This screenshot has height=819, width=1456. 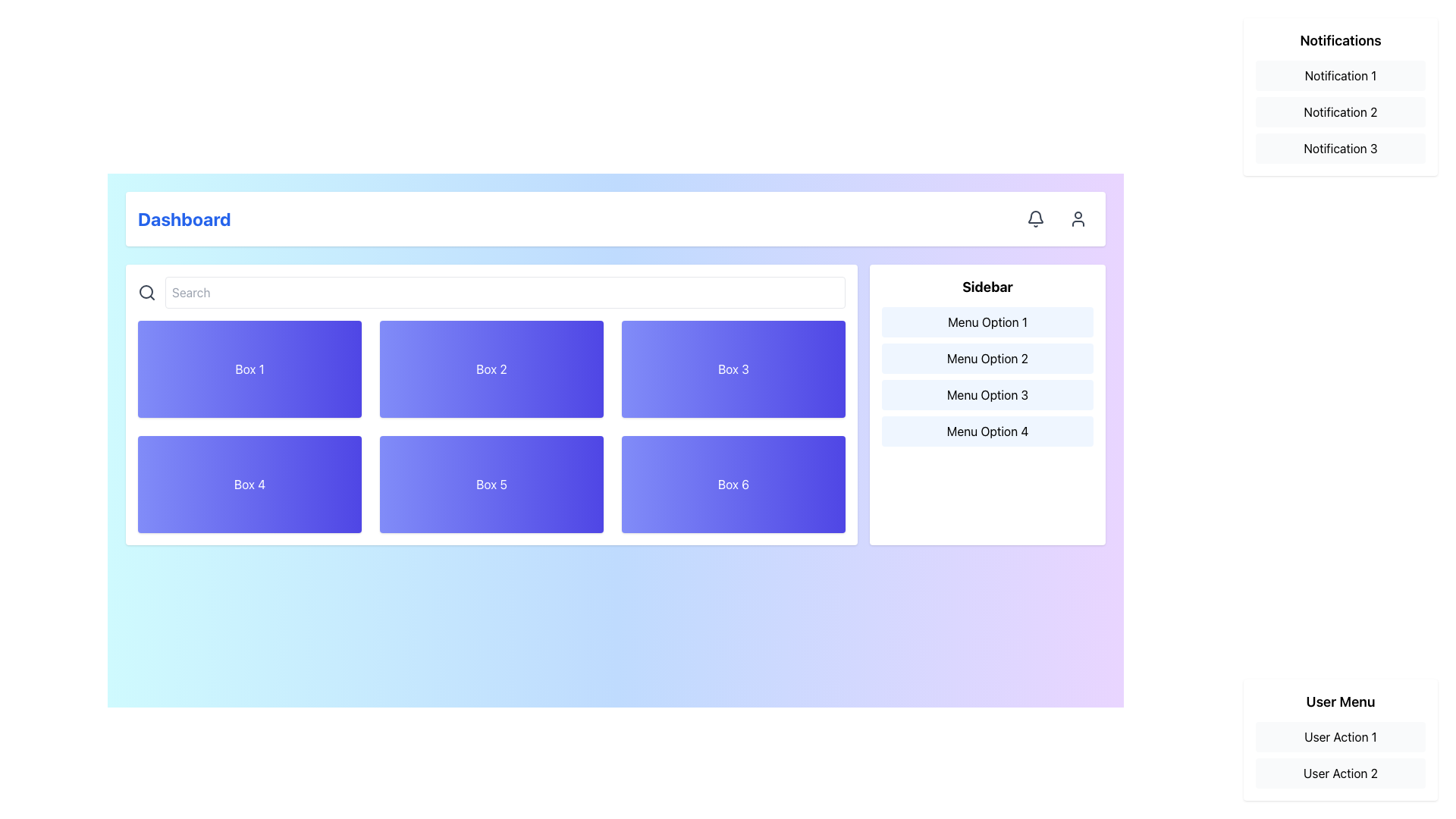 What do you see at coordinates (1340, 736) in the screenshot?
I see `the first option in the 'User Menu' that represents an interactive menu action` at bounding box center [1340, 736].